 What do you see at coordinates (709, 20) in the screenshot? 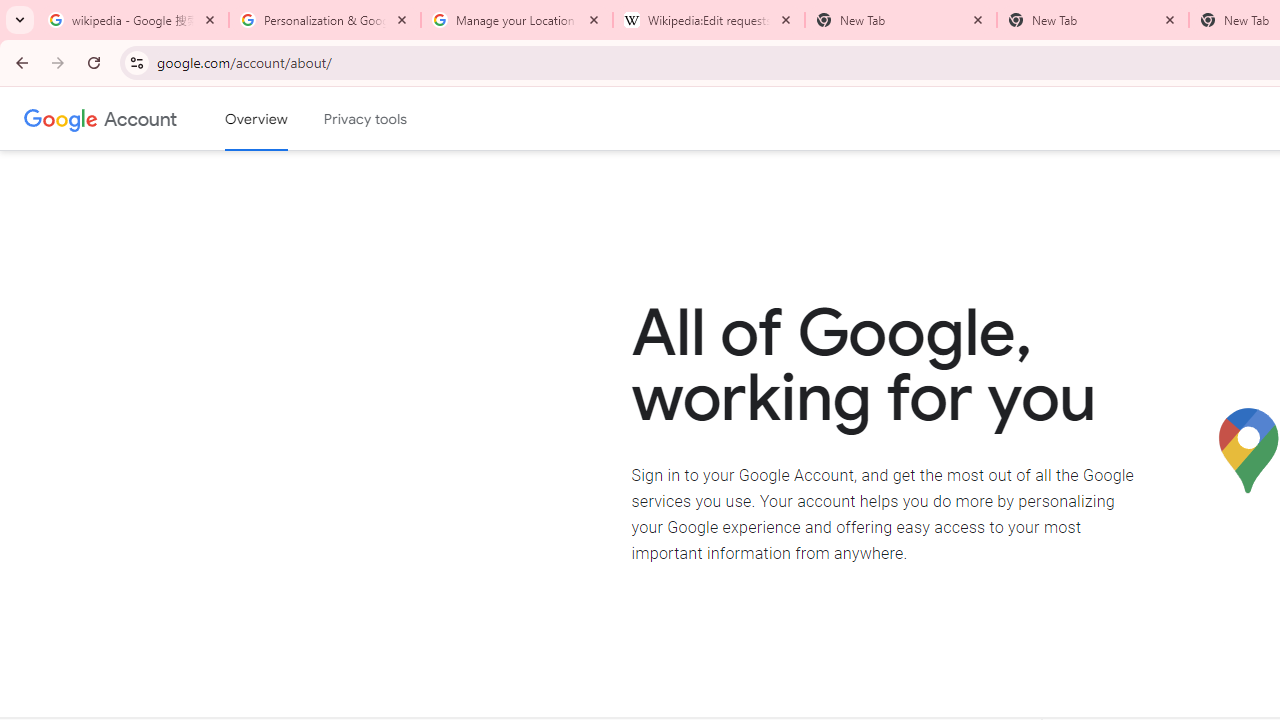
I see `'Wikipedia:Edit requests - Wikipedia'` at bounding box center [709, 20].